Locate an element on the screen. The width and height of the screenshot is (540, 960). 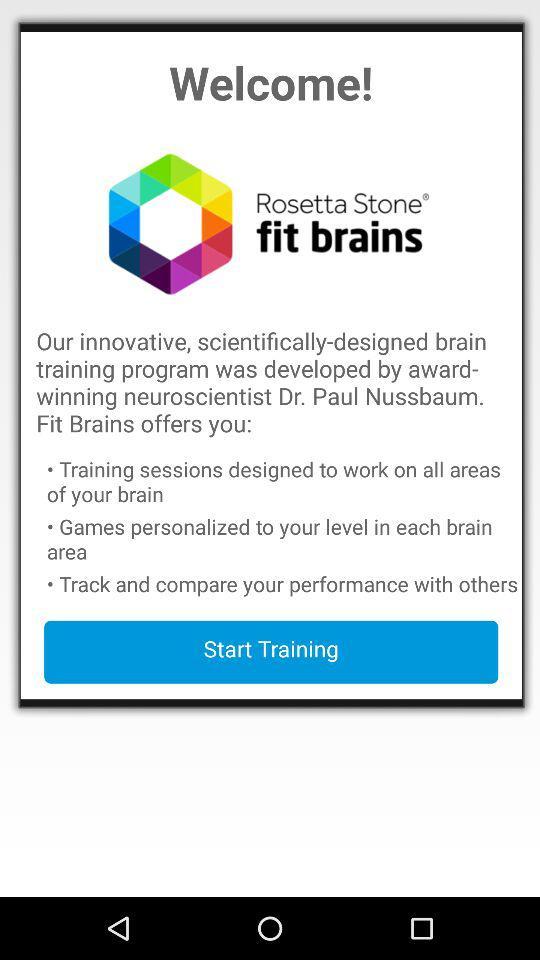
icon at the bottom is located at coordinates (270, 651).